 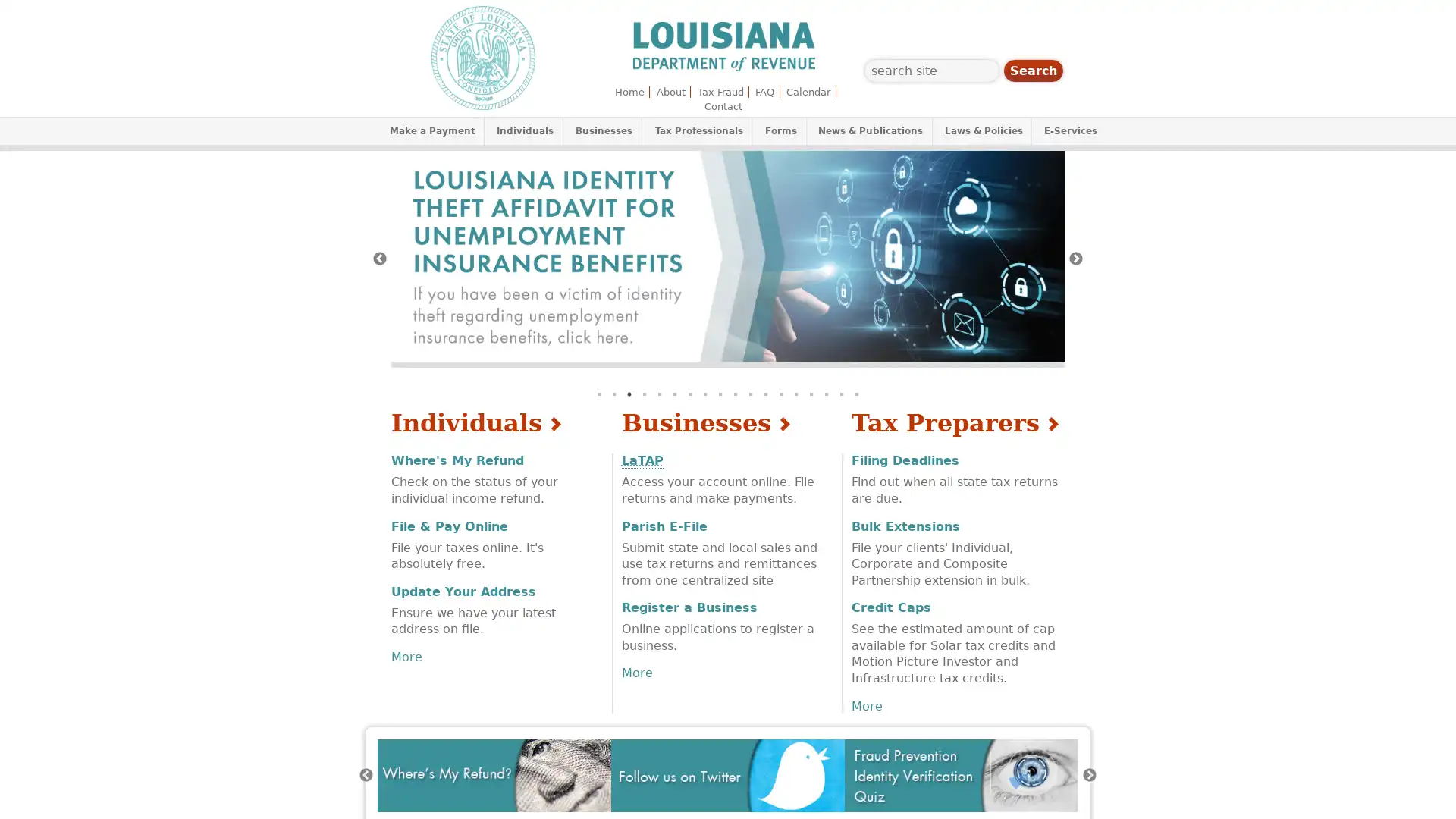 I want to click on Previous, so click(x=379, y=257).